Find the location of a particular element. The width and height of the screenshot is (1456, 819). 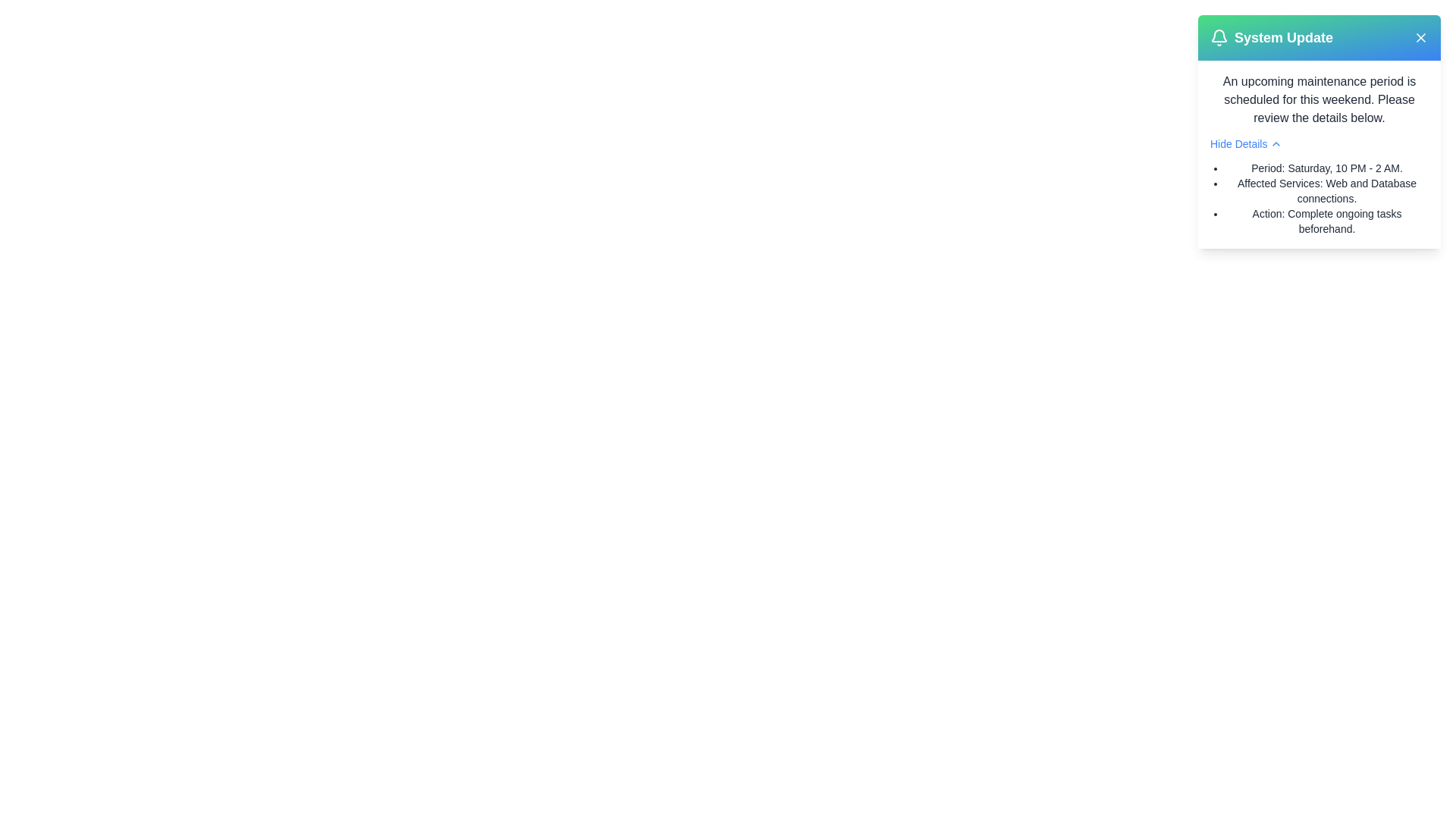

close button located at the top-right corner of the alert is located at coordinates (1420, 37).